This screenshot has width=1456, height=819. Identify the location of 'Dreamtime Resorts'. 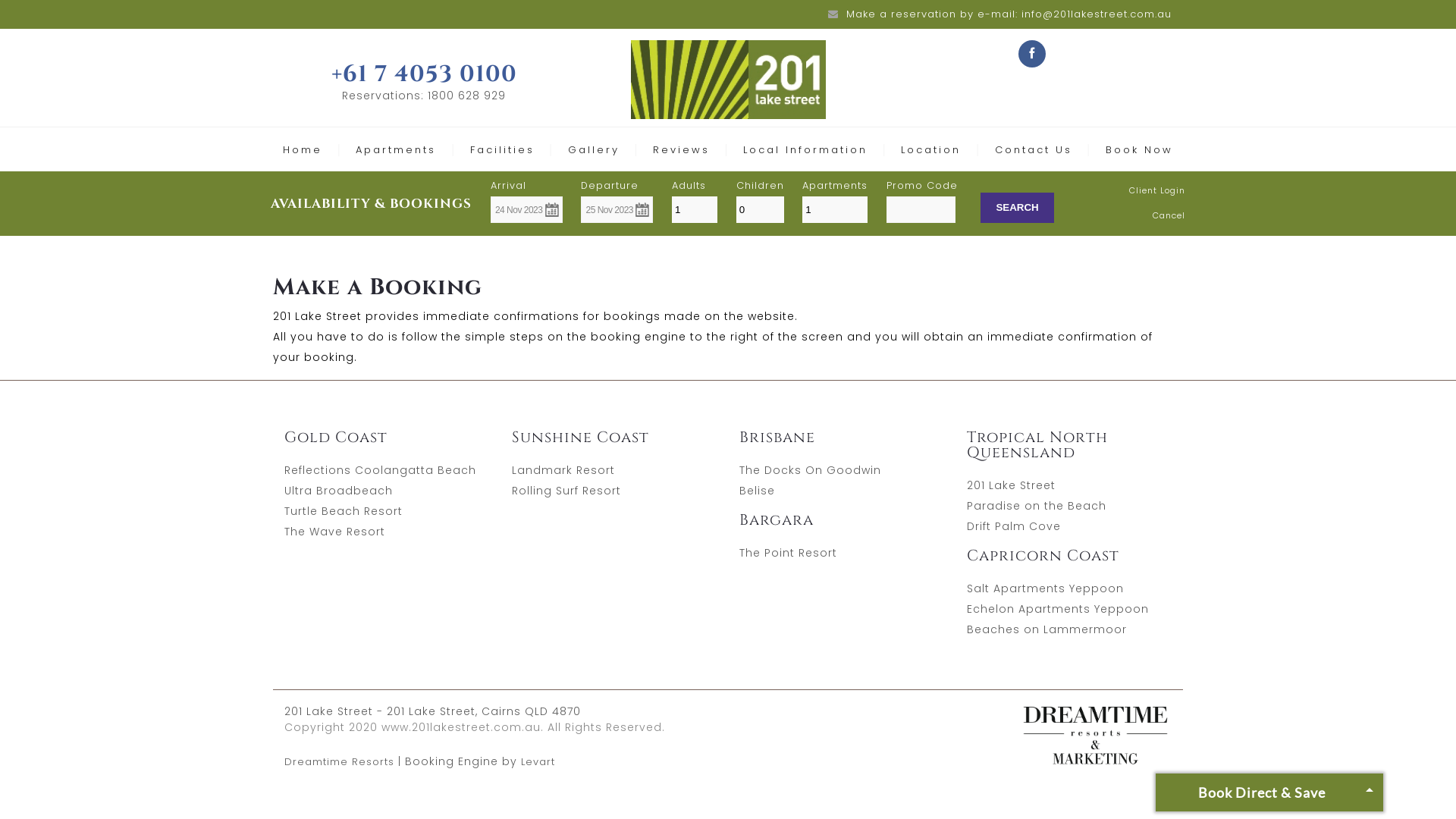
(284, 761).